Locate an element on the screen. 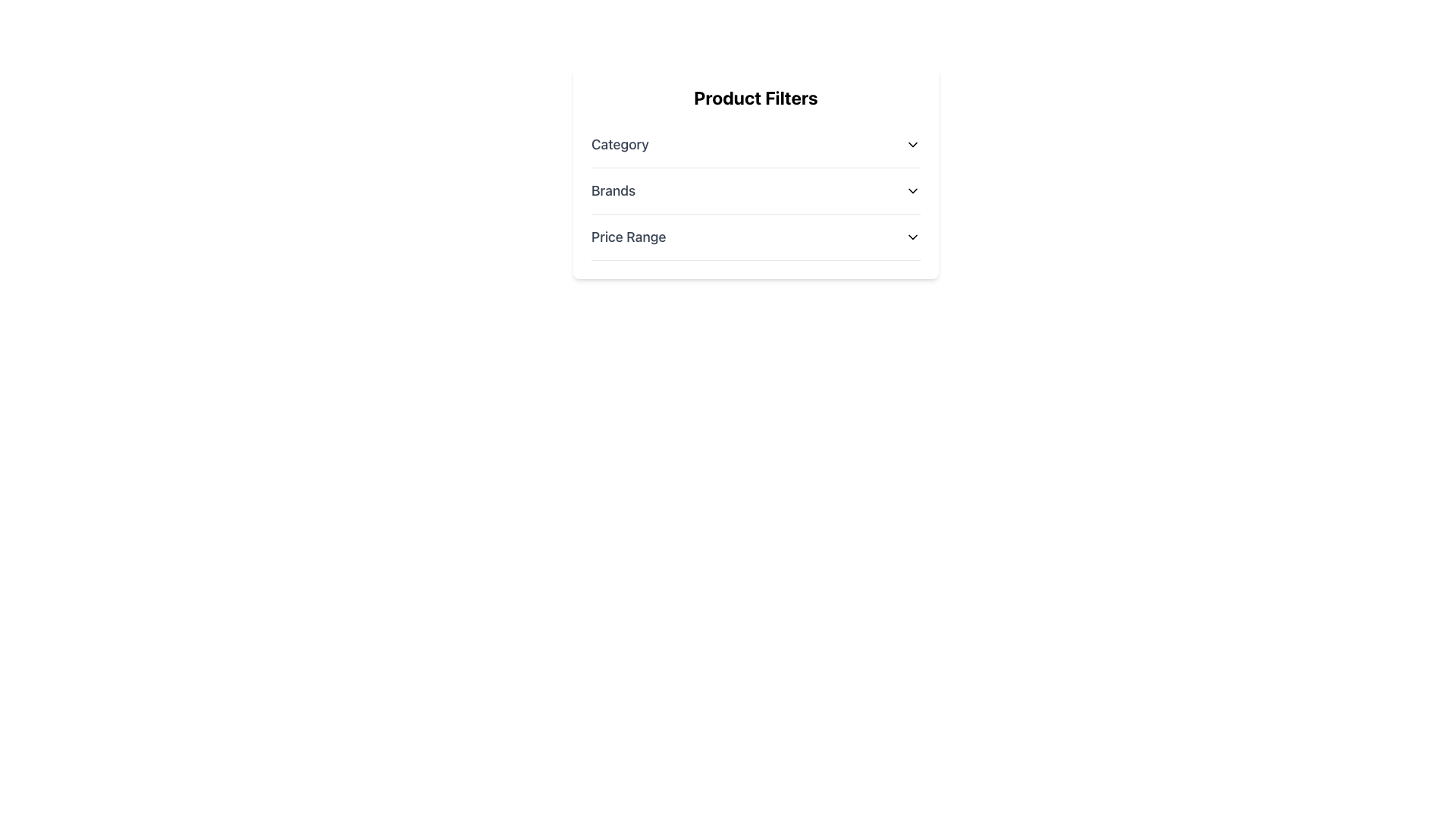 Image resolution: width=1456 pixels, height=819 pixels. the first item in the 'Product Filters' dropdown menu is located at coordinates (756, 145).